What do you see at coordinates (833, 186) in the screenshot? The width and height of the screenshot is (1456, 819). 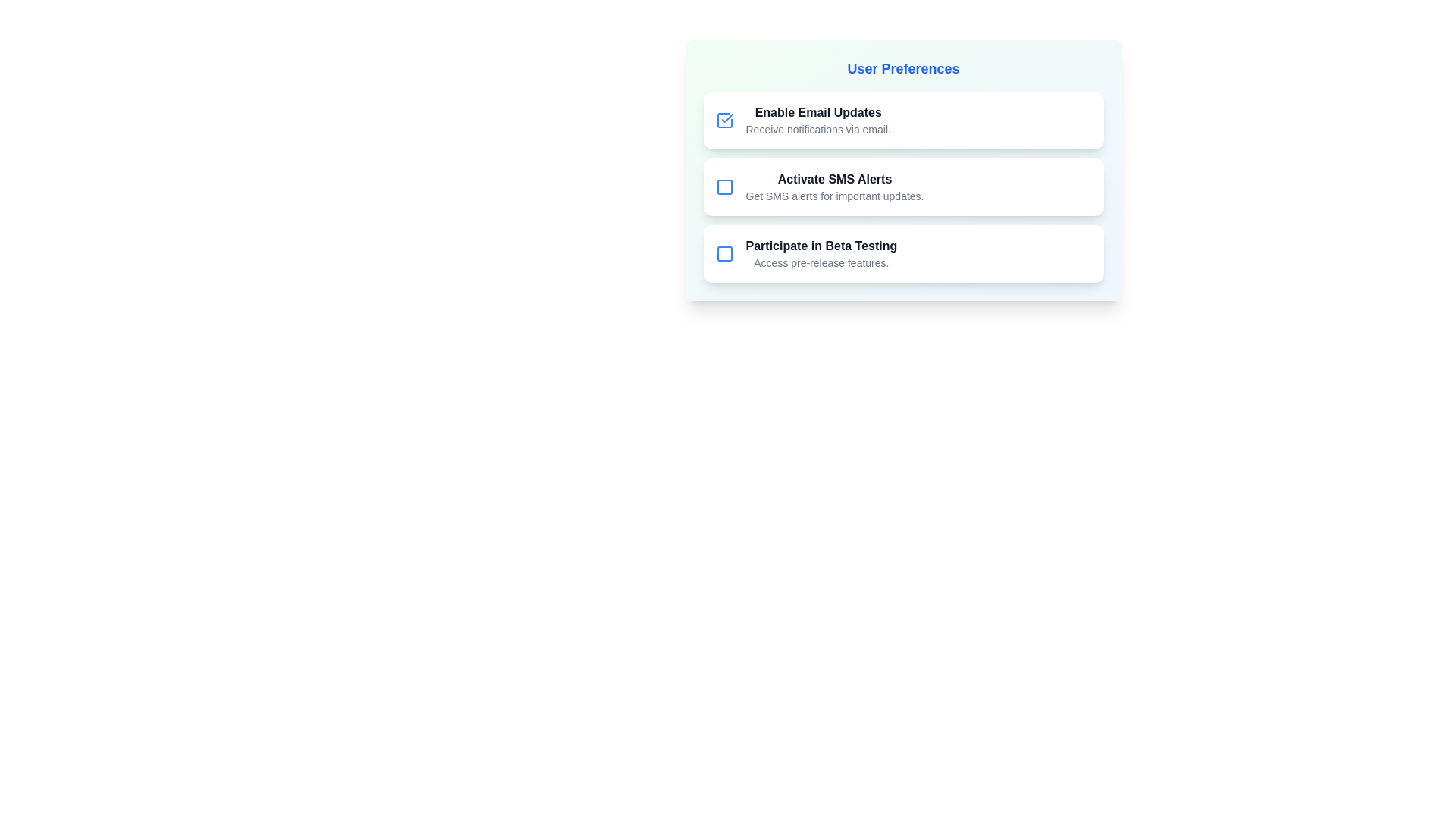 I see `the checkbox associated with the 'Activate SMS Alerts' text label` at bounding box center [833, 186].